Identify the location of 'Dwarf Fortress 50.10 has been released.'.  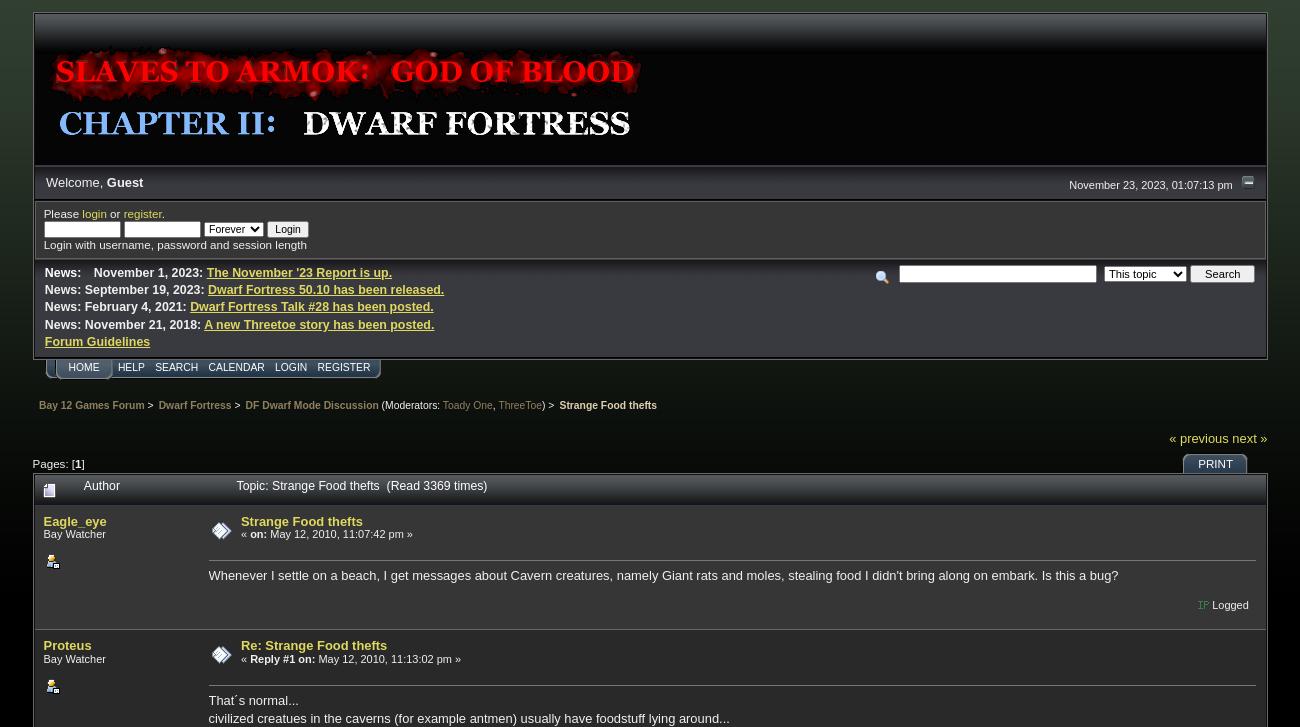
(325, 290).